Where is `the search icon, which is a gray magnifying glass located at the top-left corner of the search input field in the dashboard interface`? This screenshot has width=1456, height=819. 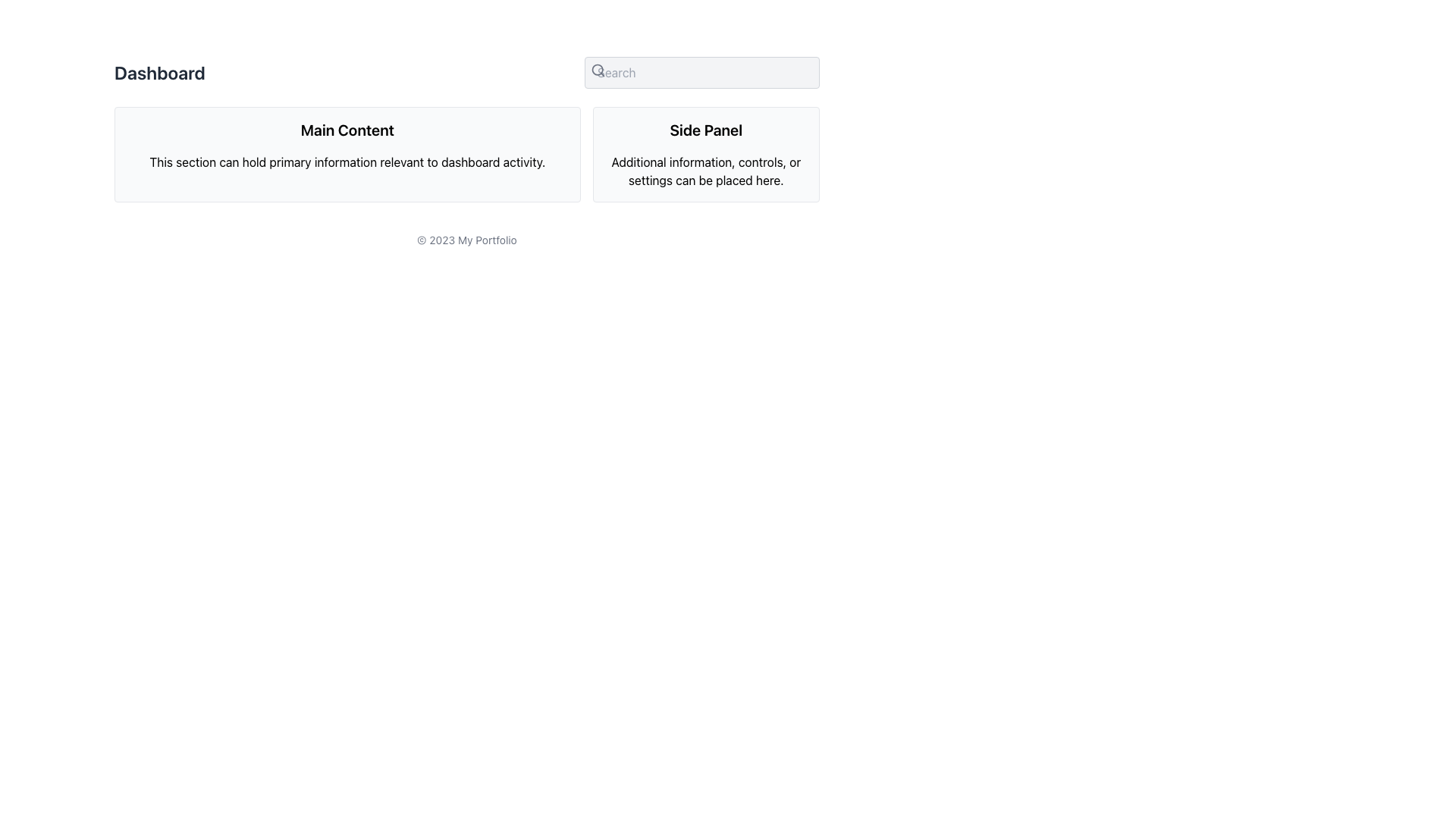
the search icon, which is a gray magnifying glass located at the top-left corner of the search input field in the dashboard interface is located at coordinates (597, 70).